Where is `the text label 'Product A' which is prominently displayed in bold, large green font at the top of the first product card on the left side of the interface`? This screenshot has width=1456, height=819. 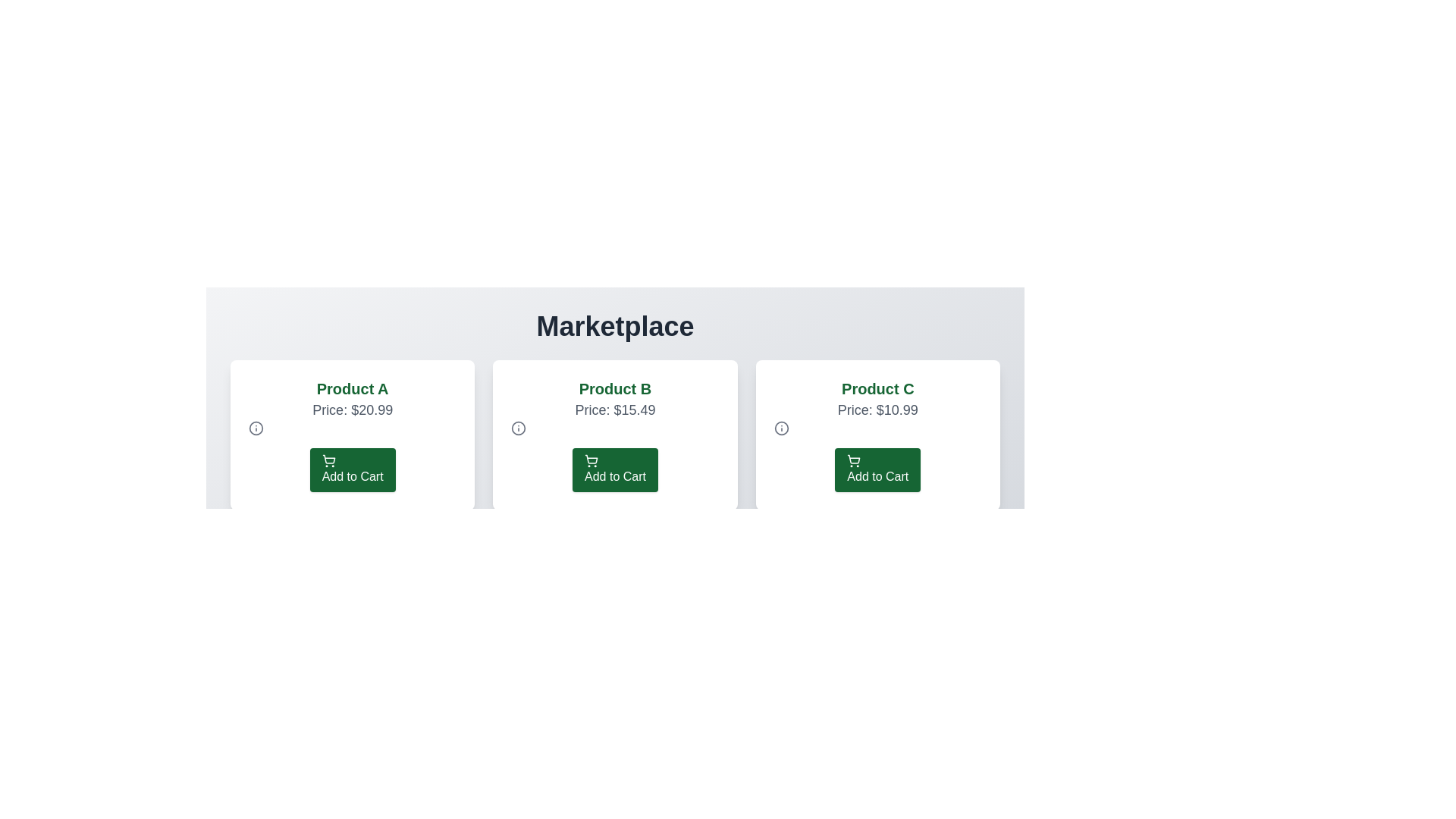 the text label 'Product A' which is prominently displayed in bold, large green font at the top of the first product card on the left side of the interface is located at coordinates (352, 388).